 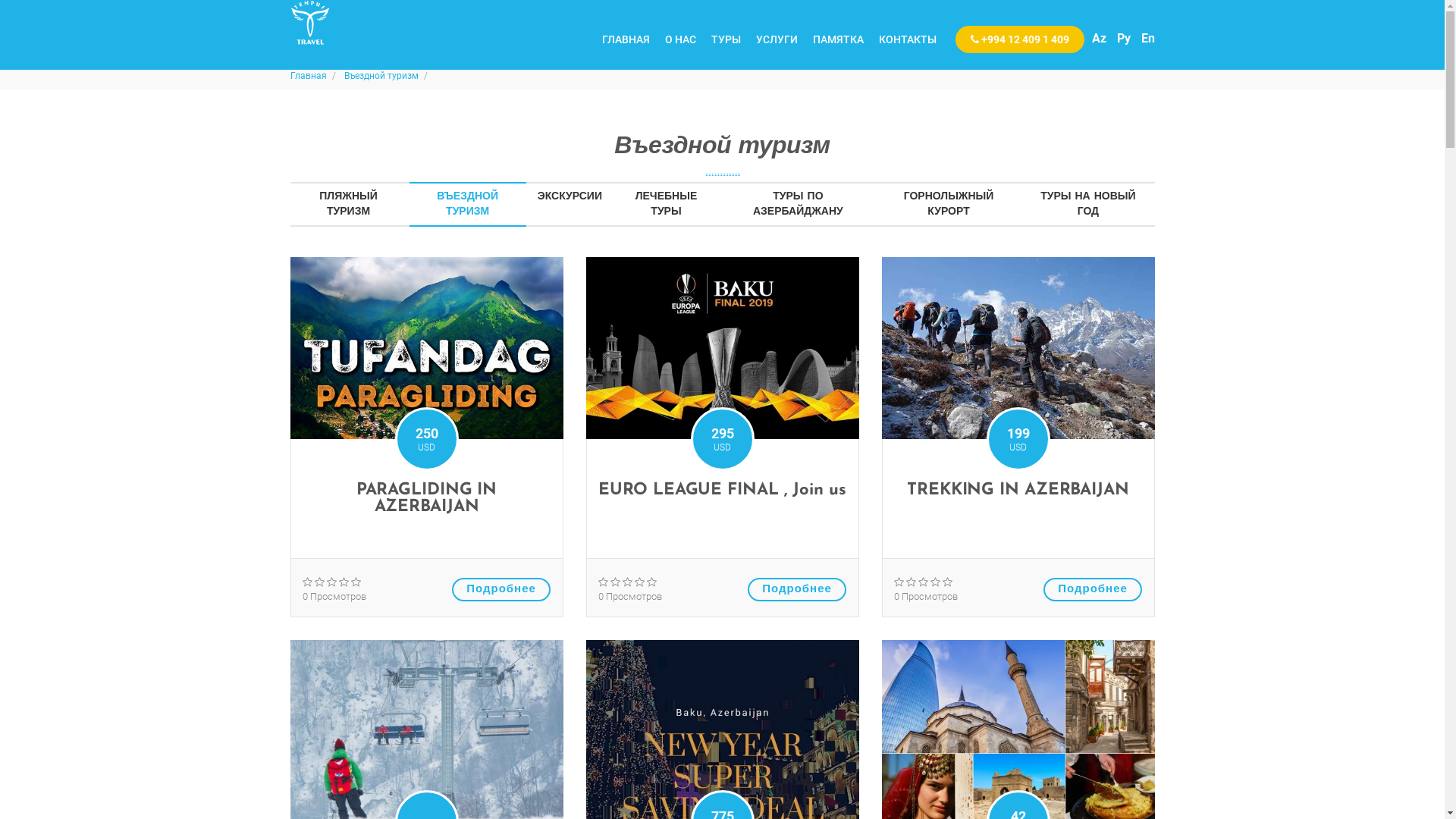 What do you see at coordinates (1099, 37) in the screenshot?
I see `'Az'` at bounding box center [1099, 37].